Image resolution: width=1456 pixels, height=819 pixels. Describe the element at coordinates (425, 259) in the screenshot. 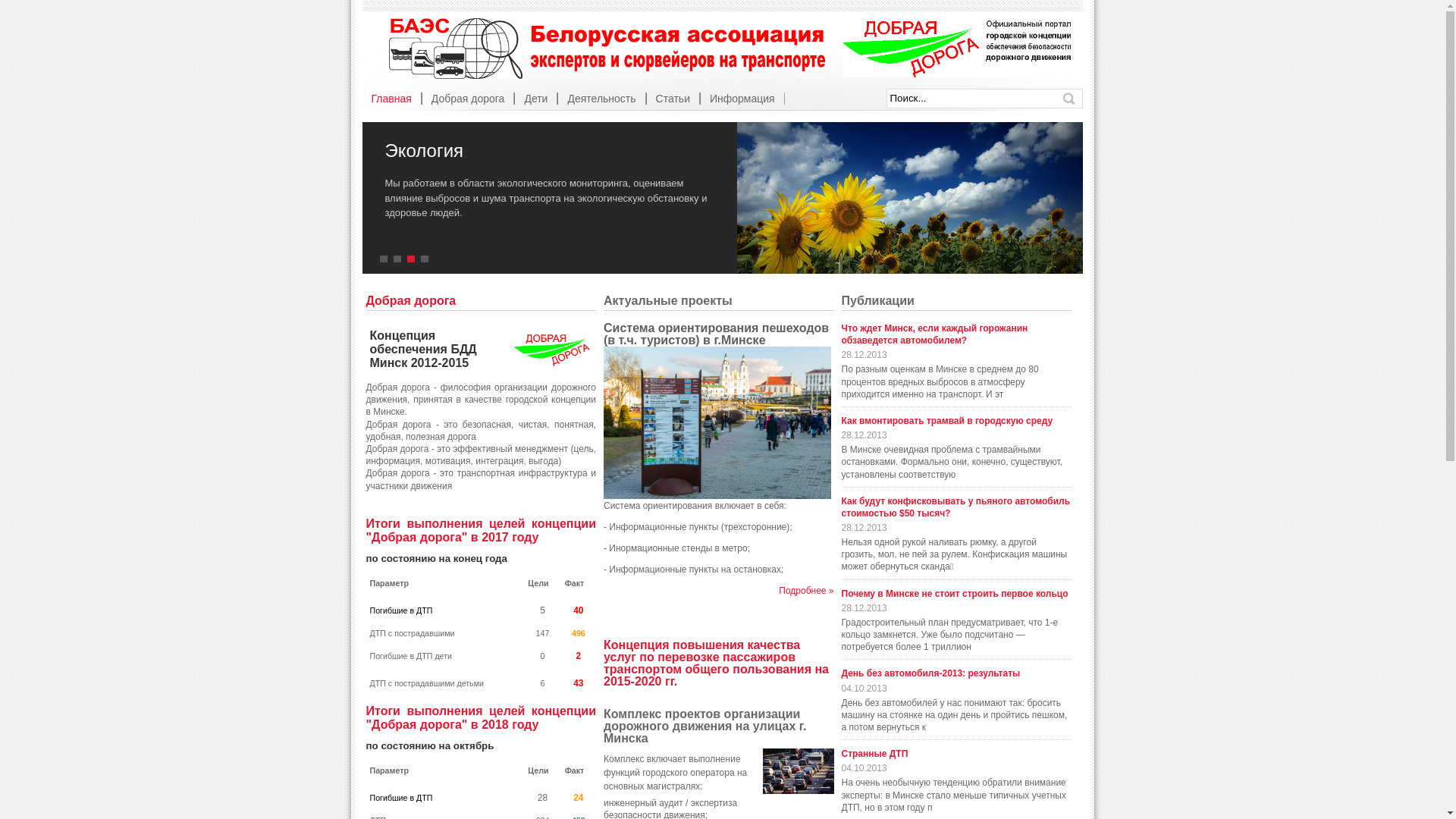

I see `'4'` at that location.